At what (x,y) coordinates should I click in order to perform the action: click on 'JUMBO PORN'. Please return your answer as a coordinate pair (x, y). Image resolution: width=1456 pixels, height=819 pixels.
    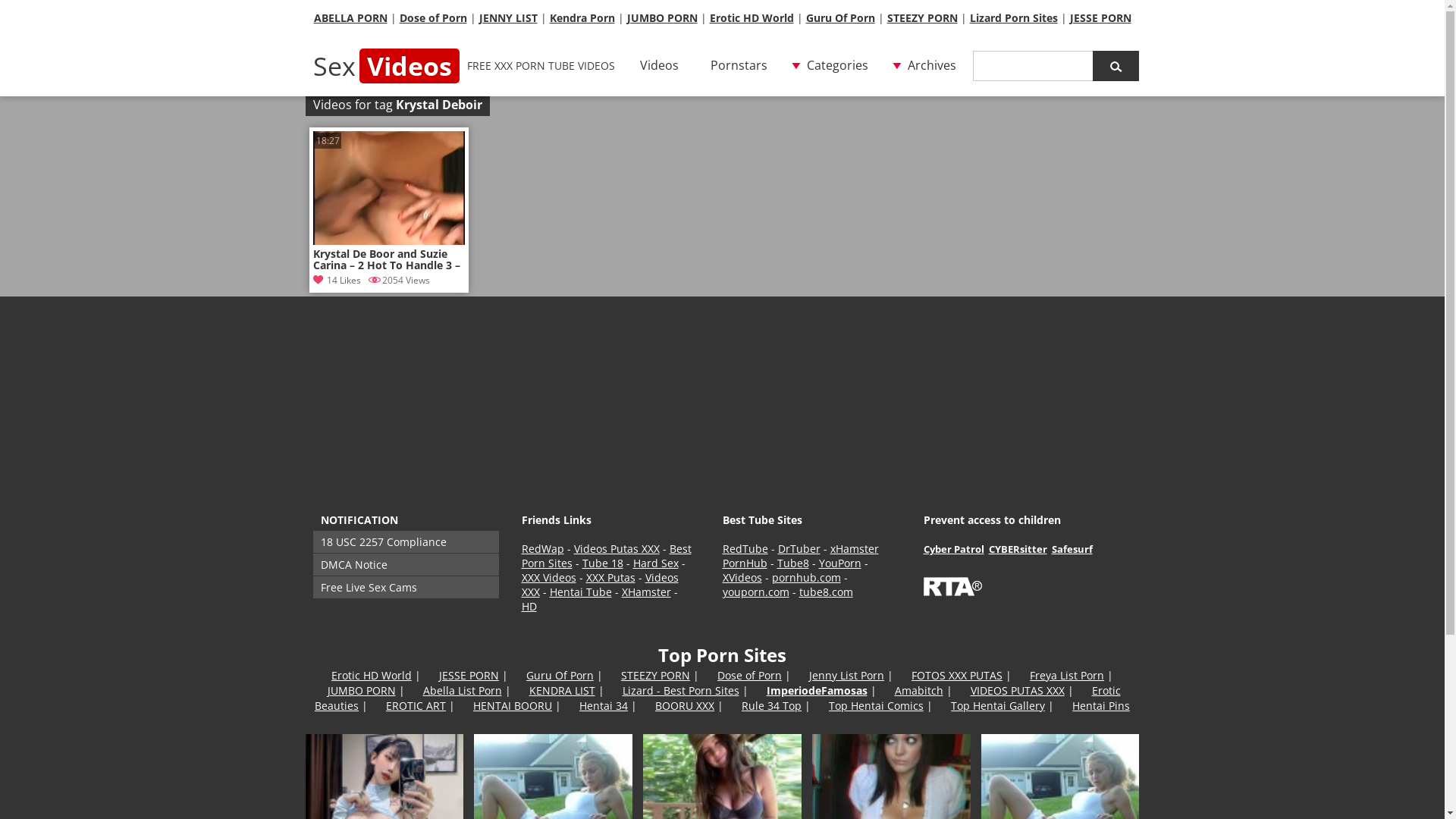
    Looking at the image, I should click on (360, 690).